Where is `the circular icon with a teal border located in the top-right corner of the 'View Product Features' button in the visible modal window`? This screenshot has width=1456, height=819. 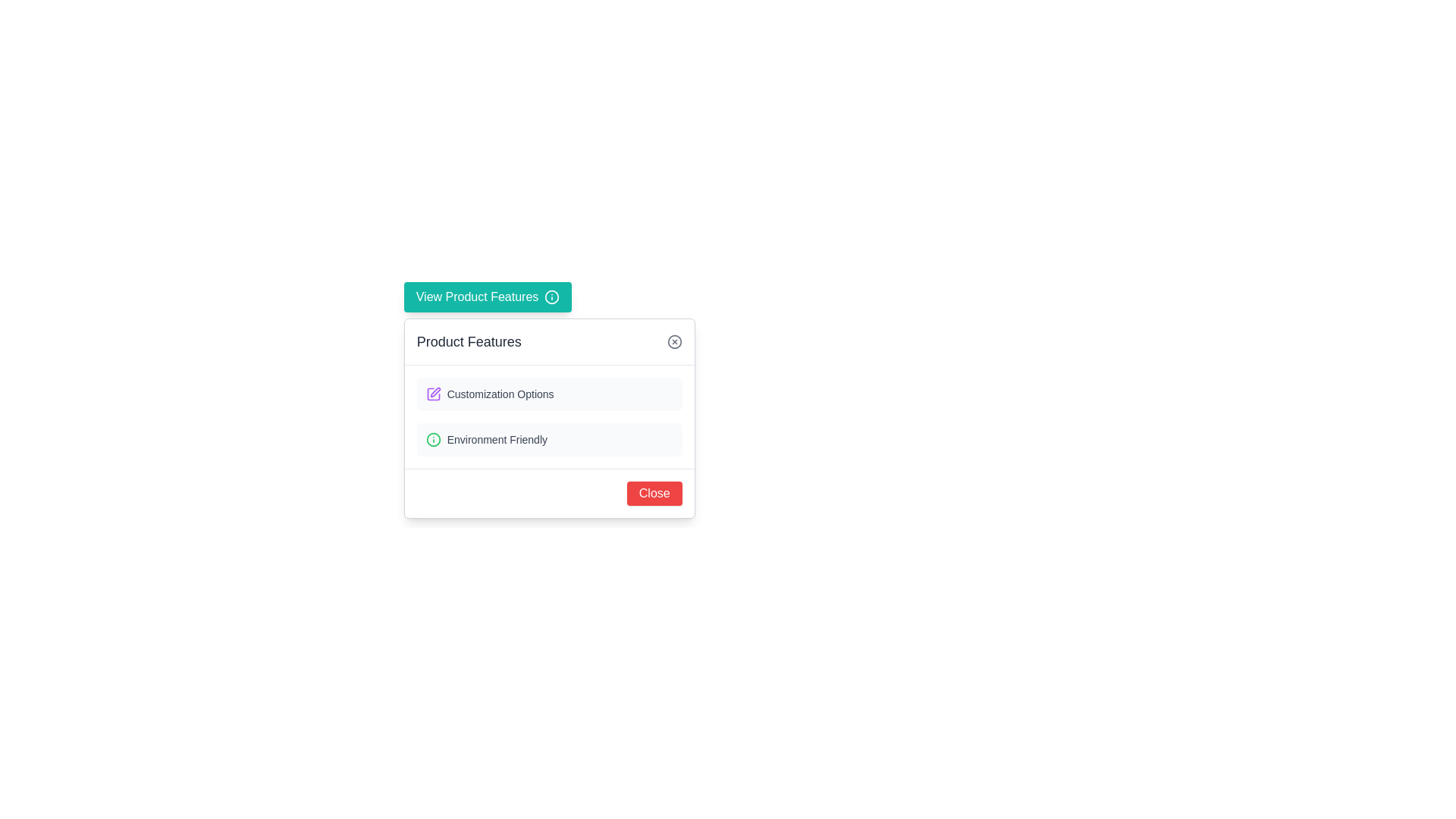
the circular icon with a teal border located in the top-right corner of the 'View Product Features' button in the visible modal window is located at coordinates (551, 297).